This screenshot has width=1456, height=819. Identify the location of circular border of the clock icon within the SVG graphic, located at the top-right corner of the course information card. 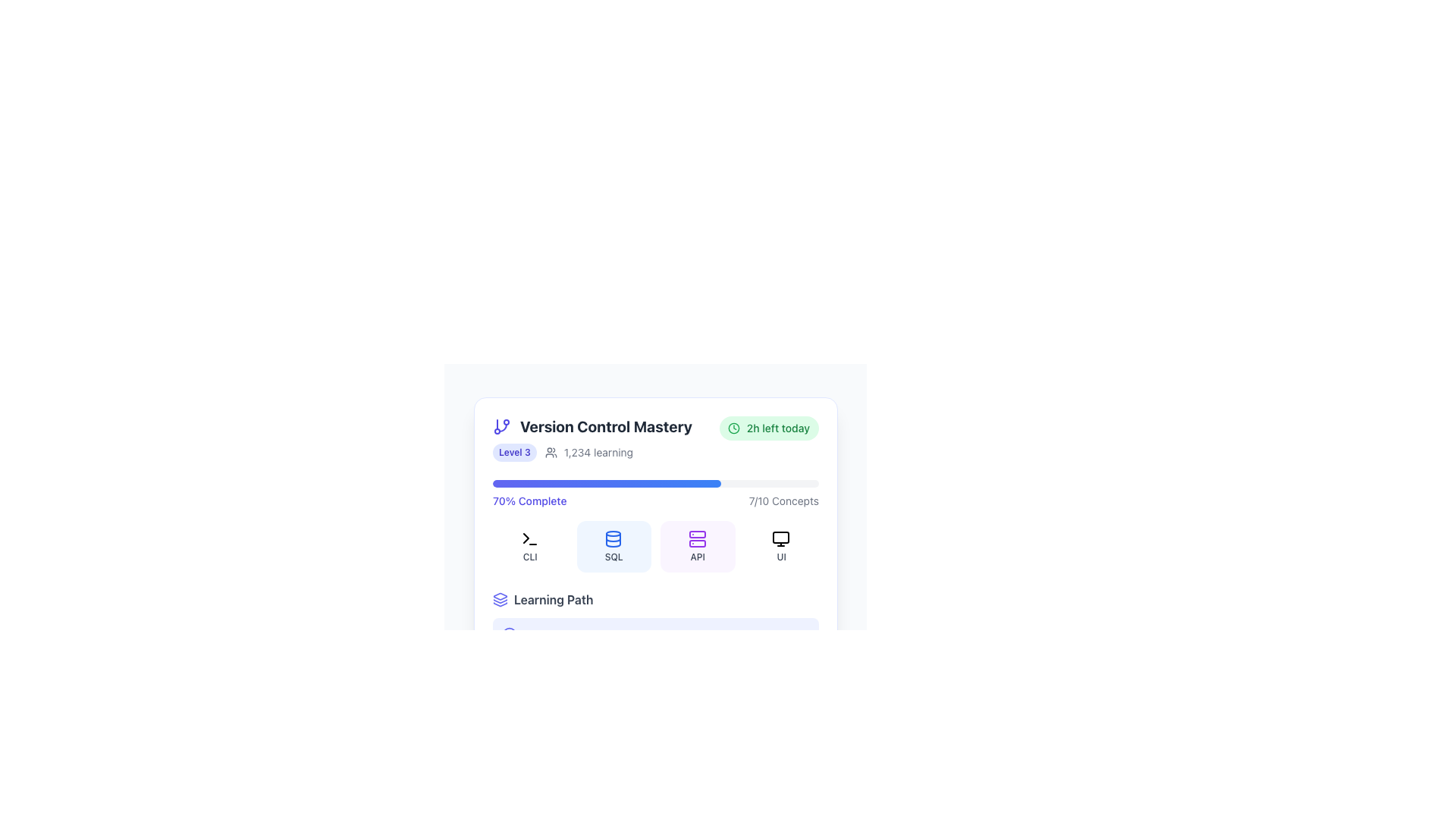
(734, 428).